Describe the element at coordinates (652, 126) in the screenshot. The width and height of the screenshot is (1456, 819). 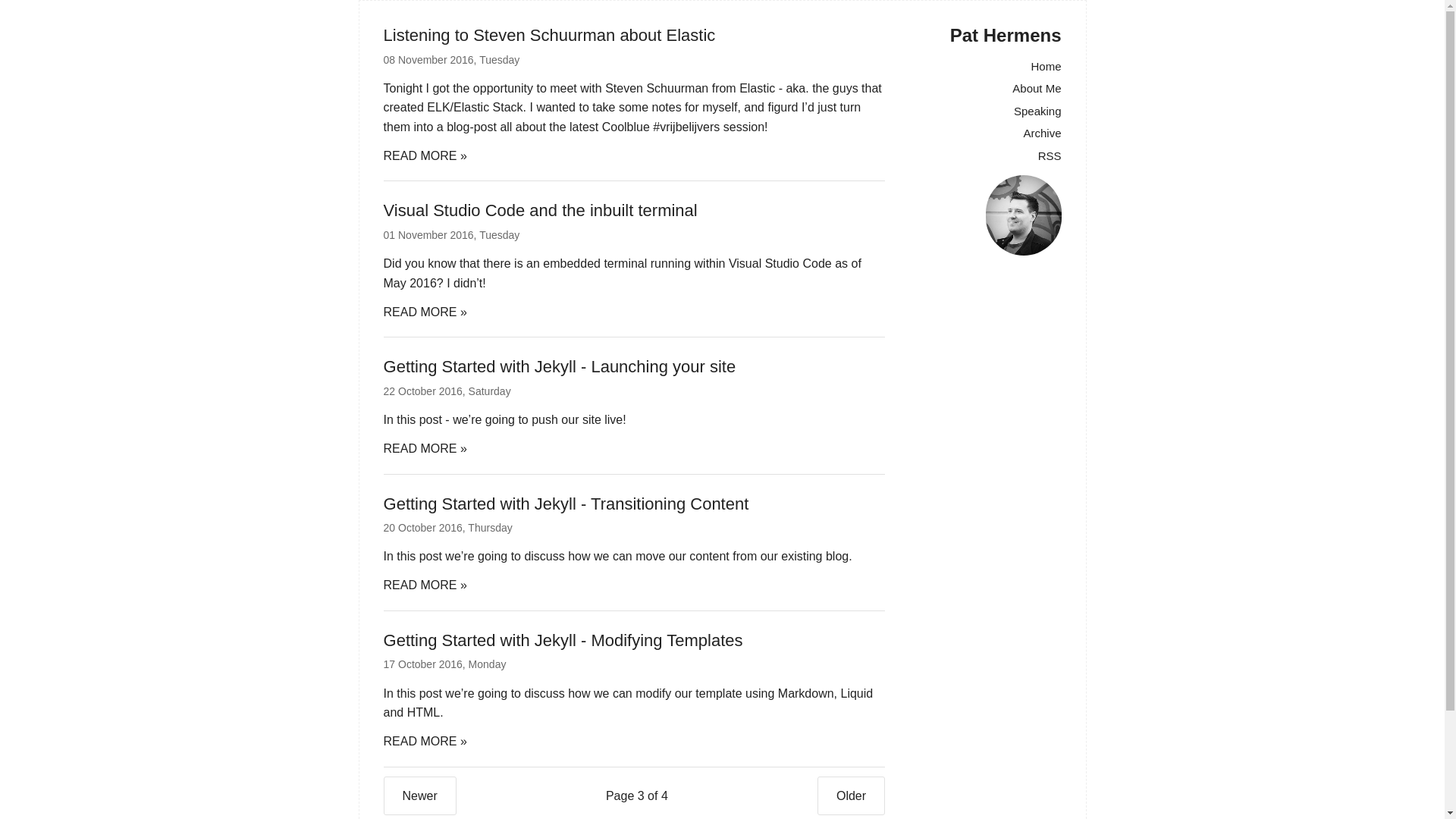
I see `'#vrijbelijvers'` at that location.